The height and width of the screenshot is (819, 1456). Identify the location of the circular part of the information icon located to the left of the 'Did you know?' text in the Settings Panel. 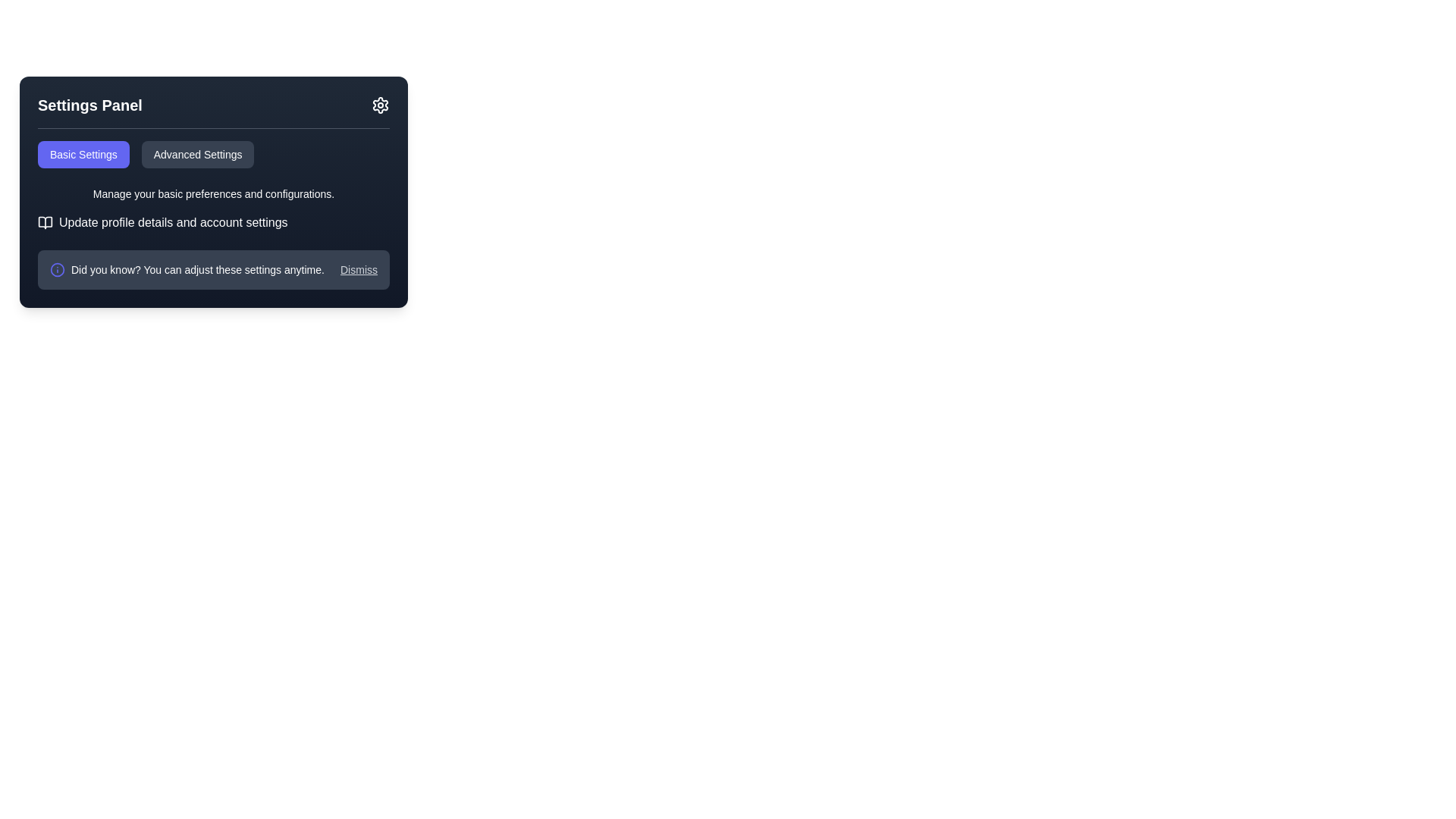
(58, 268).